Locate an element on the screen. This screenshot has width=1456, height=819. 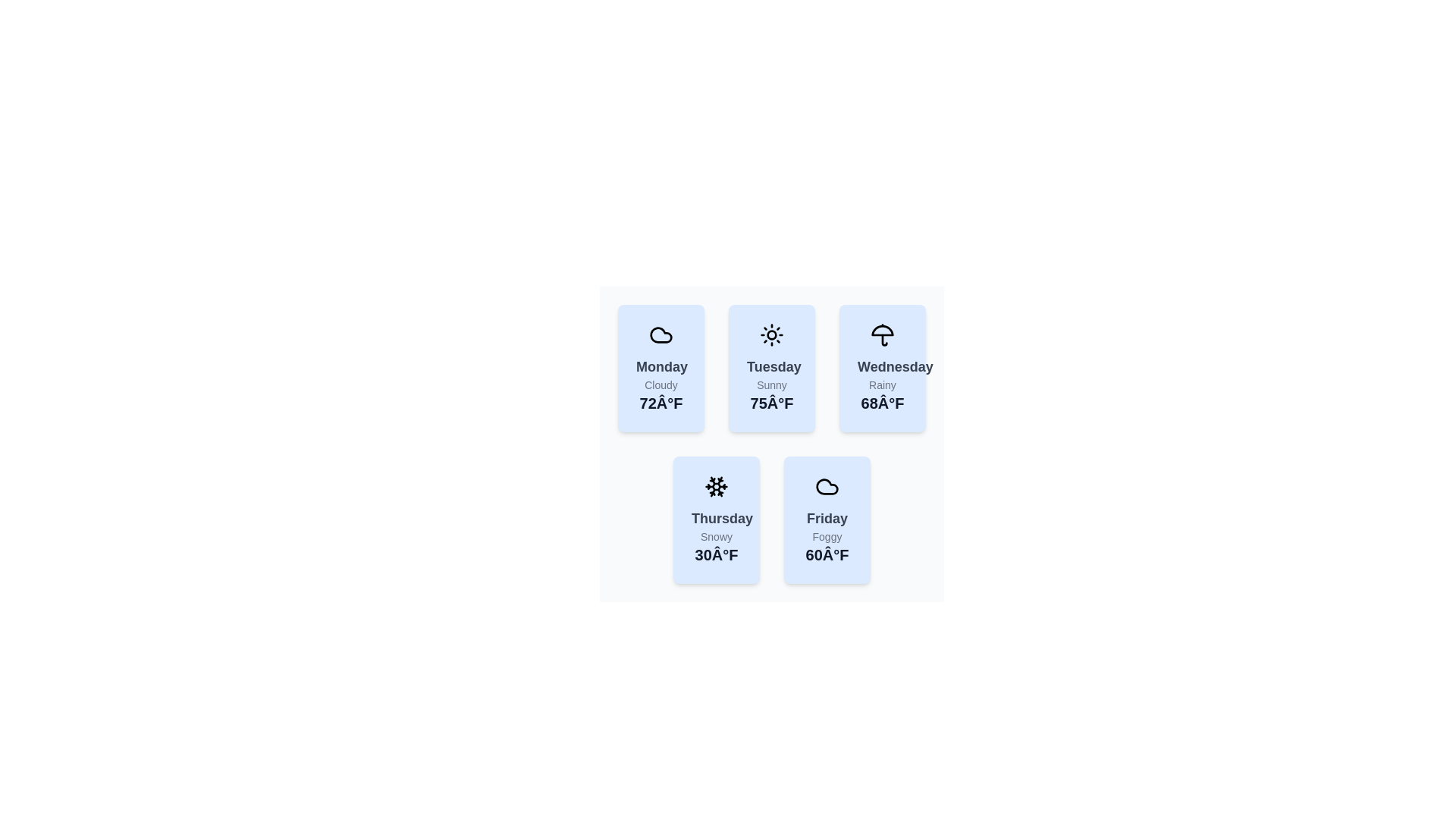
weather information from the informational card located in the second column of the first row of the grid layout is located at coordinates (771, 369).